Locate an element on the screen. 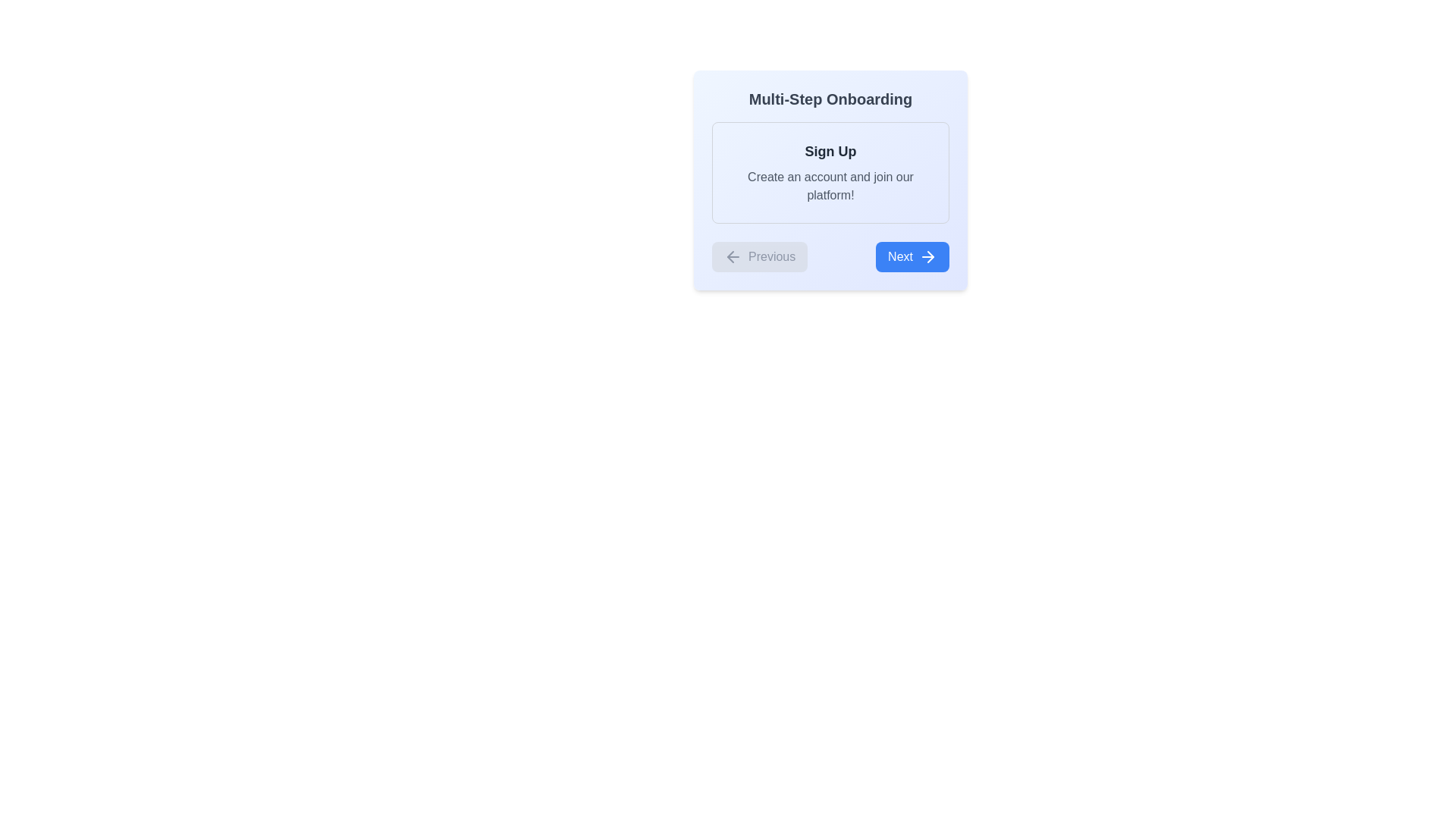 This screenshot has height=819, width=1456. the graphical arrow icon that serves as a visual indicator for the 'Next' button is located at coordinates (930, 256).